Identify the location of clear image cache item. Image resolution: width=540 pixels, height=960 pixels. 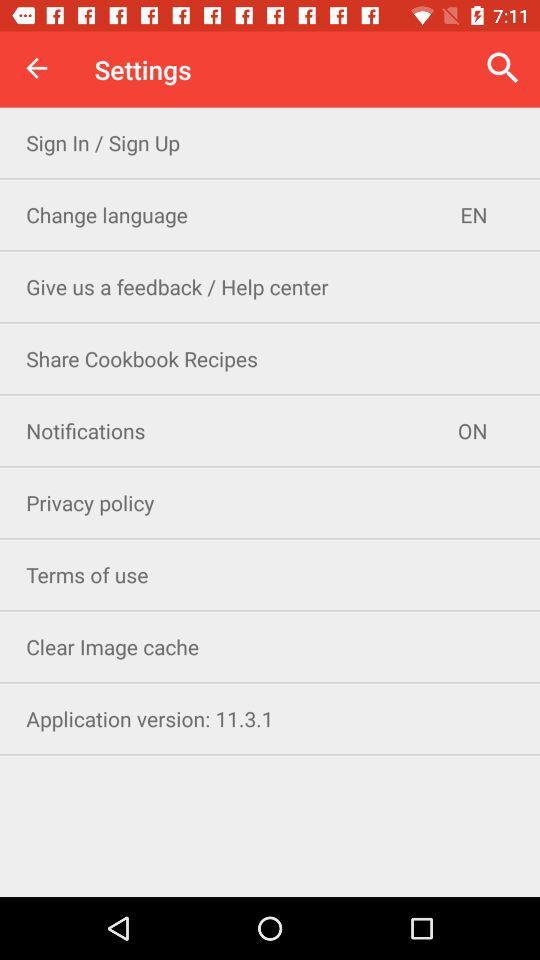
(270, 645).